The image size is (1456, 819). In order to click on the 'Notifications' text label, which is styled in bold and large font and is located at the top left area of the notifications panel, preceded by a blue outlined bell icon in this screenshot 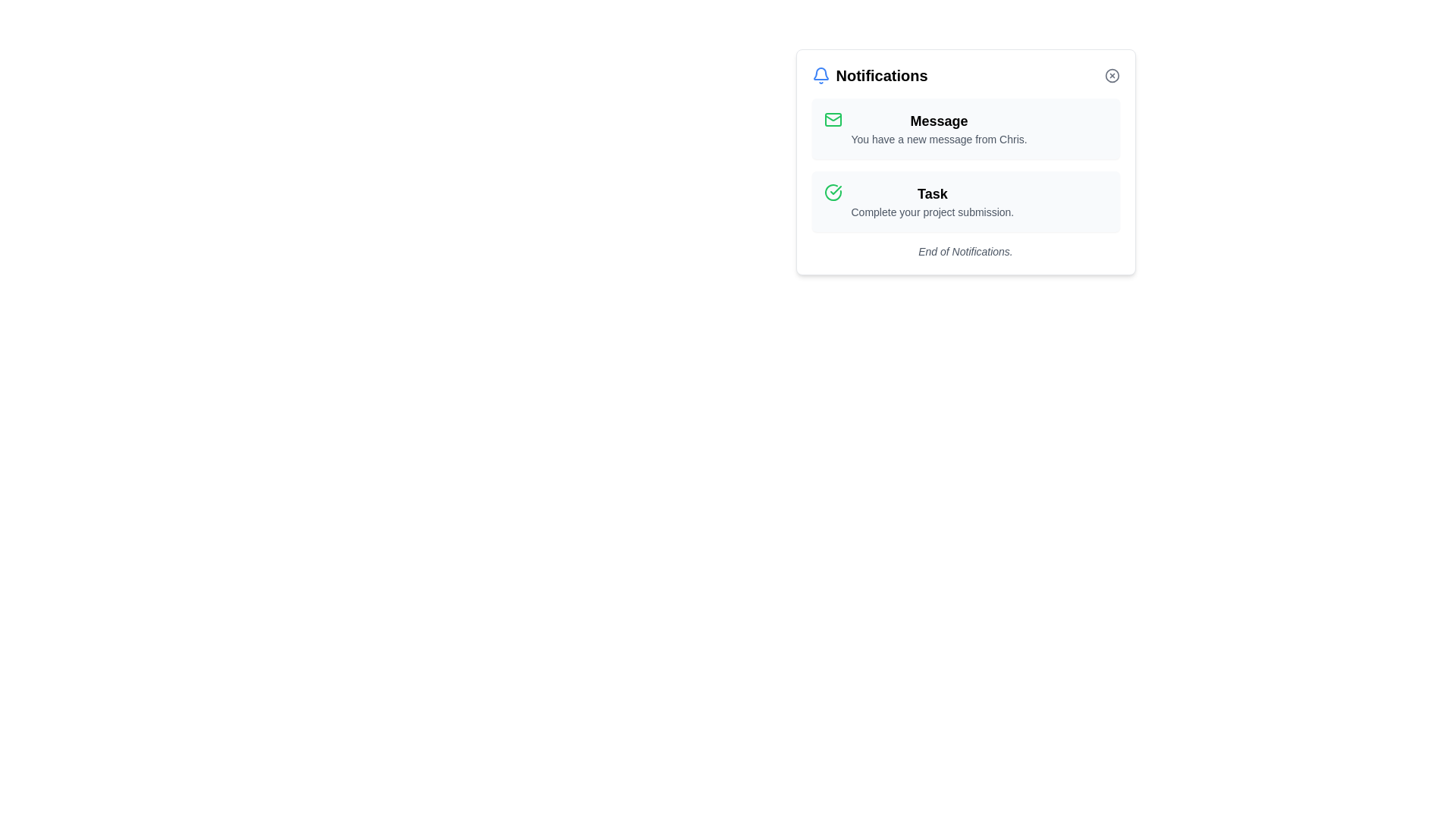, I will do `click(870, 76)`.